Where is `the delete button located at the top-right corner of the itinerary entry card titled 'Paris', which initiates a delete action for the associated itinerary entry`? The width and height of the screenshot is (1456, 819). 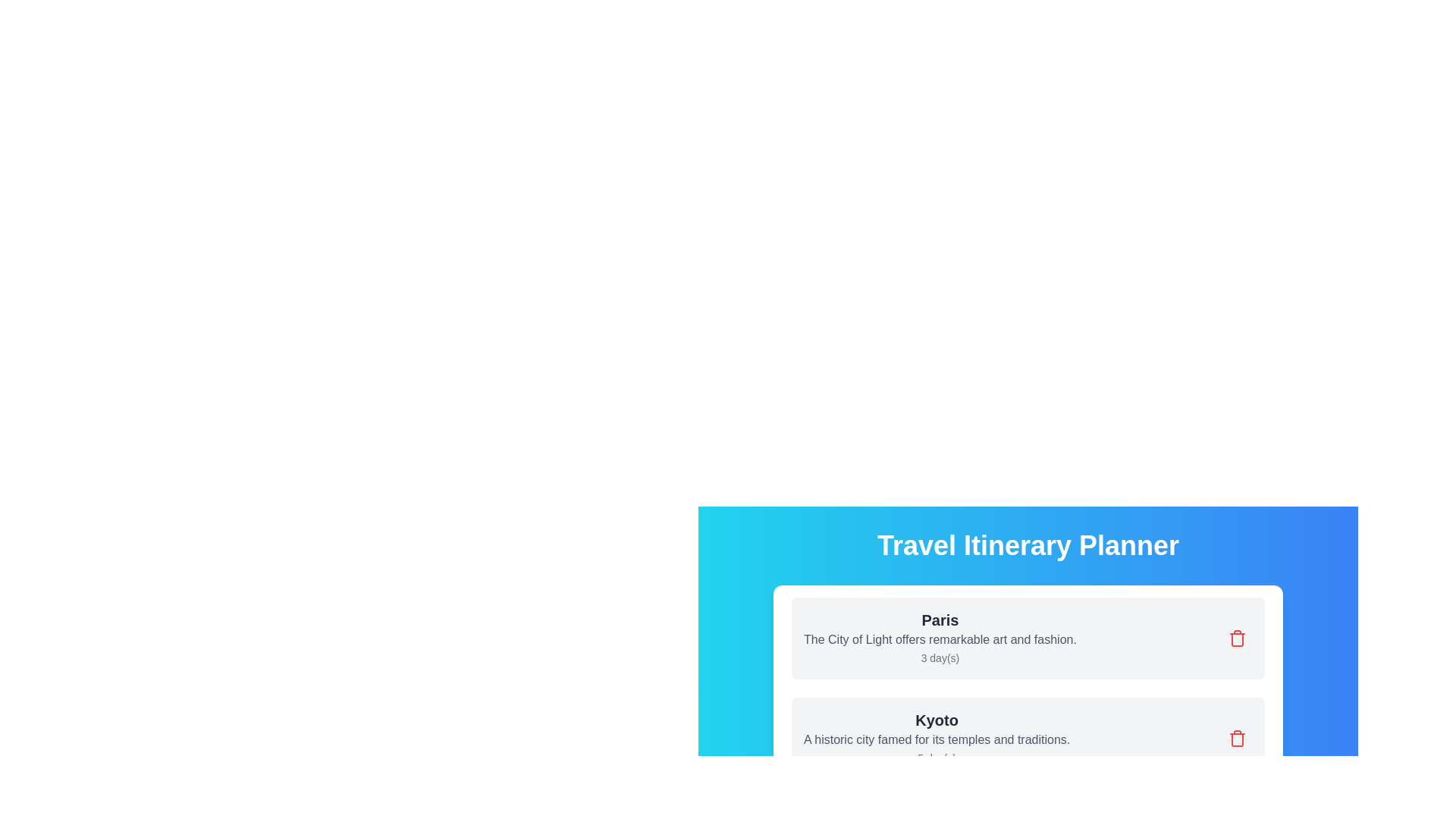 the delete button located at the top-right corner of the itinerary entry card titled 'Paris', which initiates a delete action for the associated itinerary entry is located at coordinates (1238, 638).